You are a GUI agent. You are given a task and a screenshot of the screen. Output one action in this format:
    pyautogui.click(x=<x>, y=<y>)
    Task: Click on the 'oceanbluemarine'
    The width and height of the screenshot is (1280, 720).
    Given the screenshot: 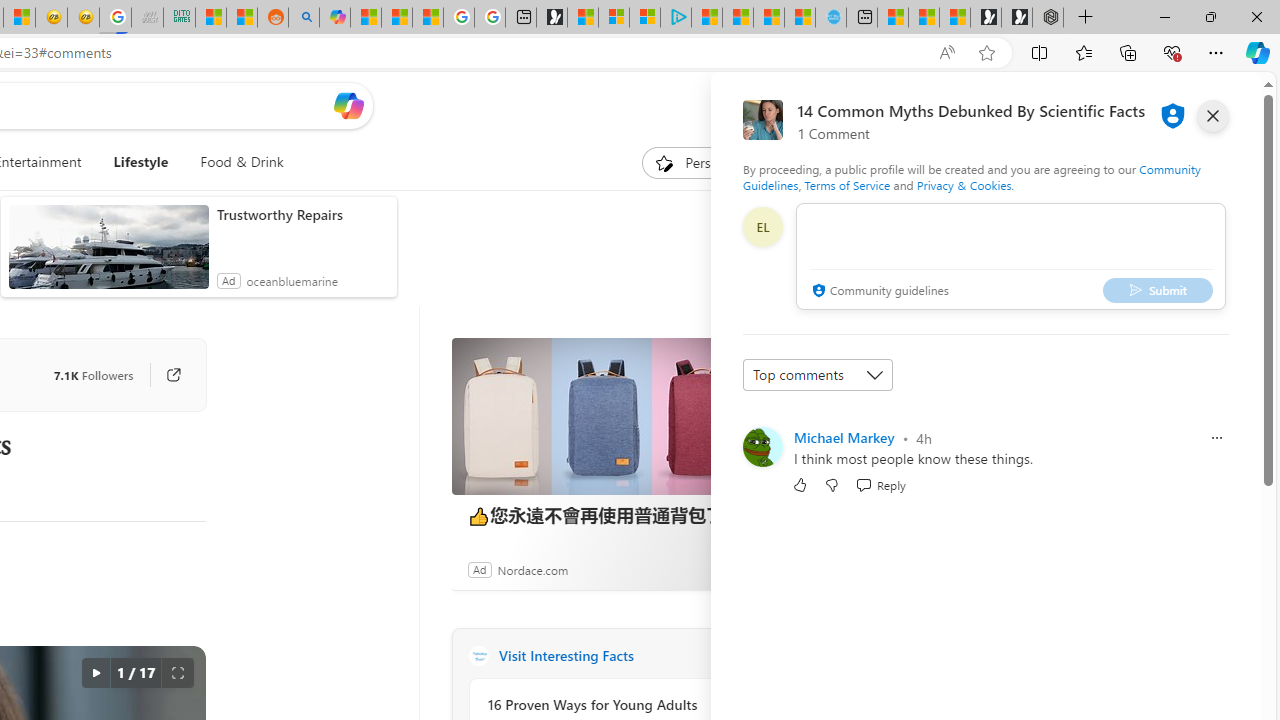 What is the action you would take?
    pyautogui.click(x=290, y=280)
    